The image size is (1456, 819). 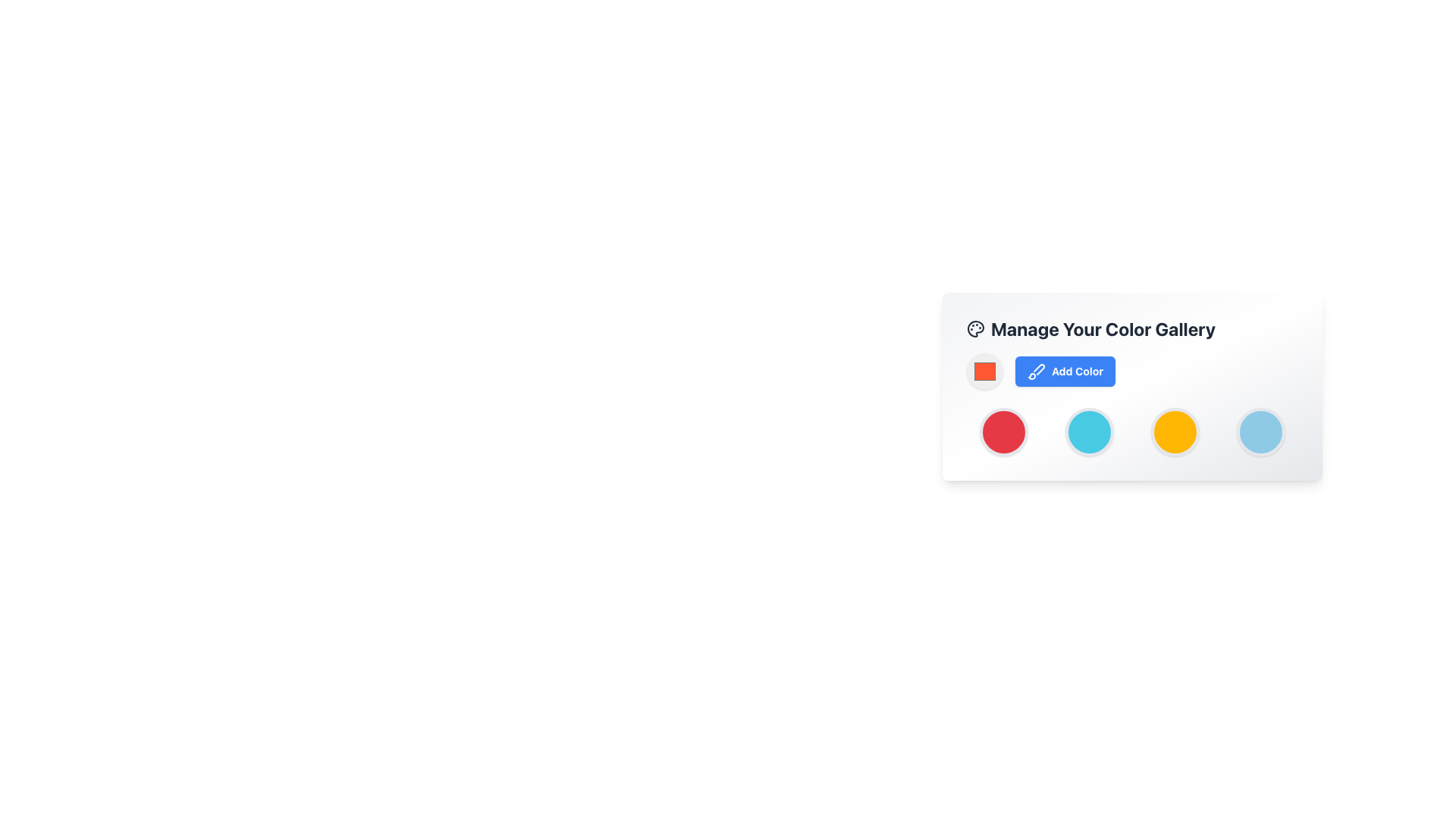 I want to click on the third circular button with a turquoise background and white border in the 'Manage Your Color Gallery' section, so click(x=1088, y=432).